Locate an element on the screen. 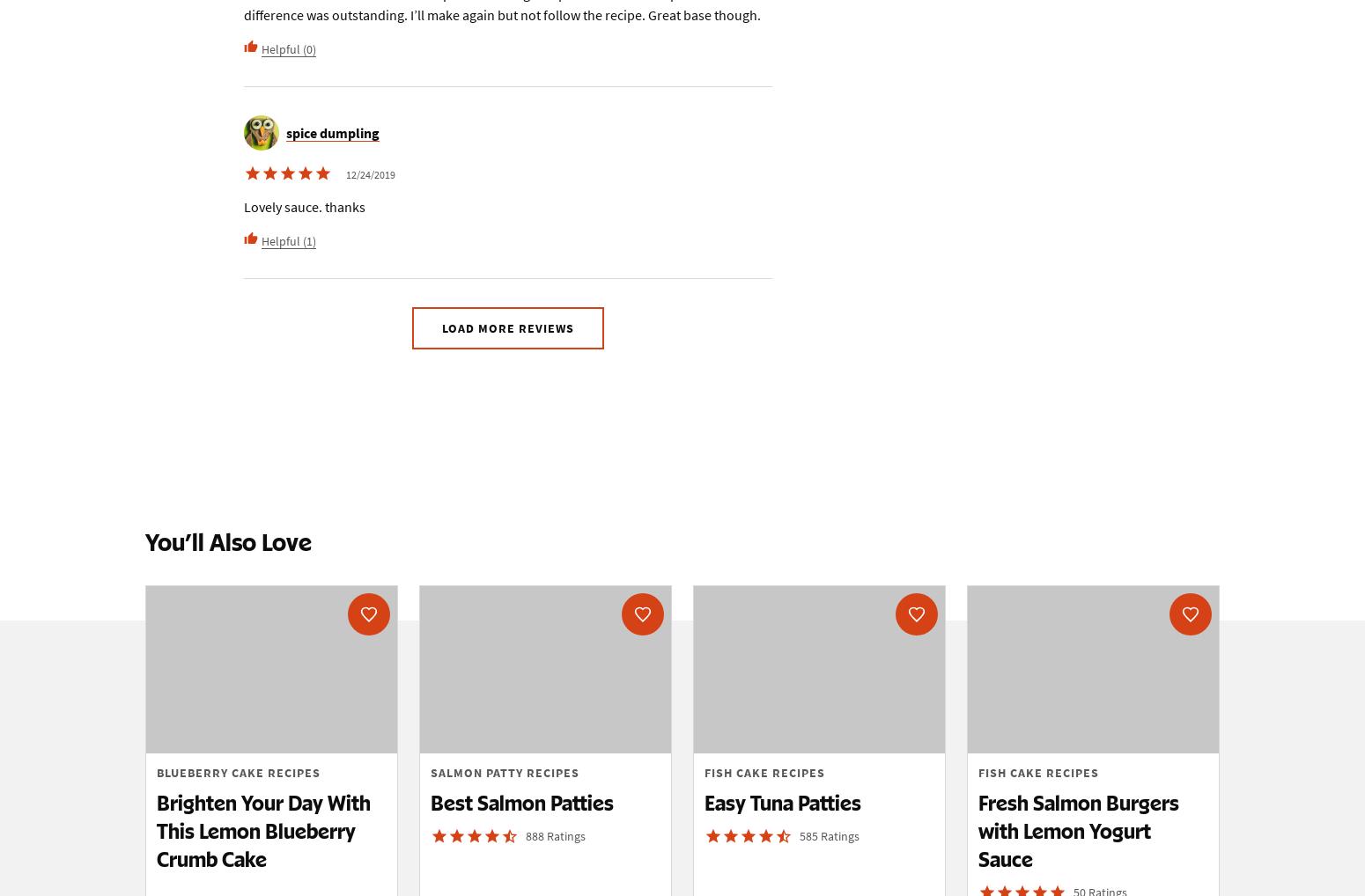  'Fresh Salmon Burgers with Lemon Yogurt Sauce' is located at coordinates (1078, 829).